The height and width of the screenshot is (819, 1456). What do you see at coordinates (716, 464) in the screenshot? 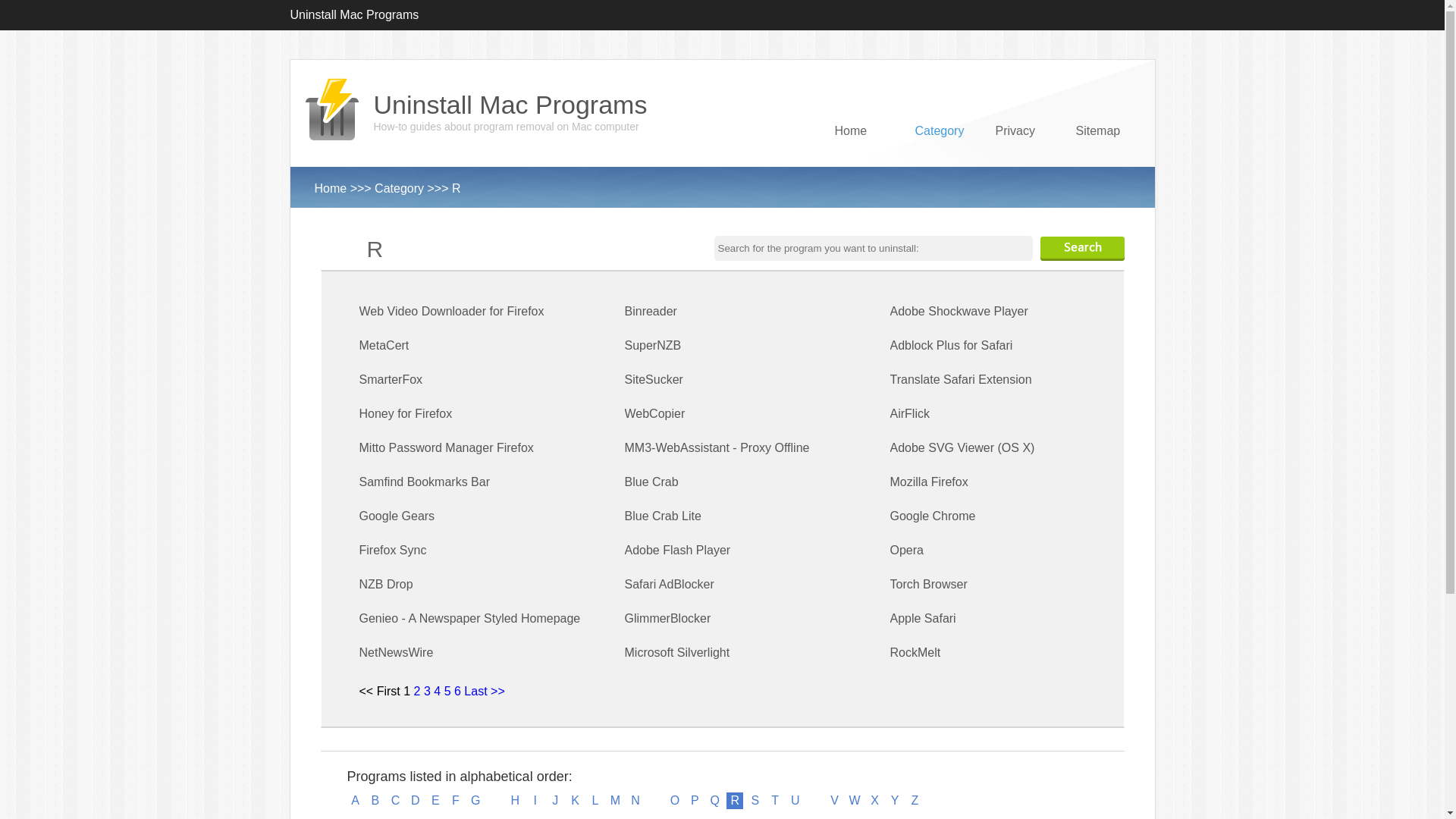
I see `'MM3-WebAssistant - Proxy Offline Browser'` at bounding box center [716, 464].